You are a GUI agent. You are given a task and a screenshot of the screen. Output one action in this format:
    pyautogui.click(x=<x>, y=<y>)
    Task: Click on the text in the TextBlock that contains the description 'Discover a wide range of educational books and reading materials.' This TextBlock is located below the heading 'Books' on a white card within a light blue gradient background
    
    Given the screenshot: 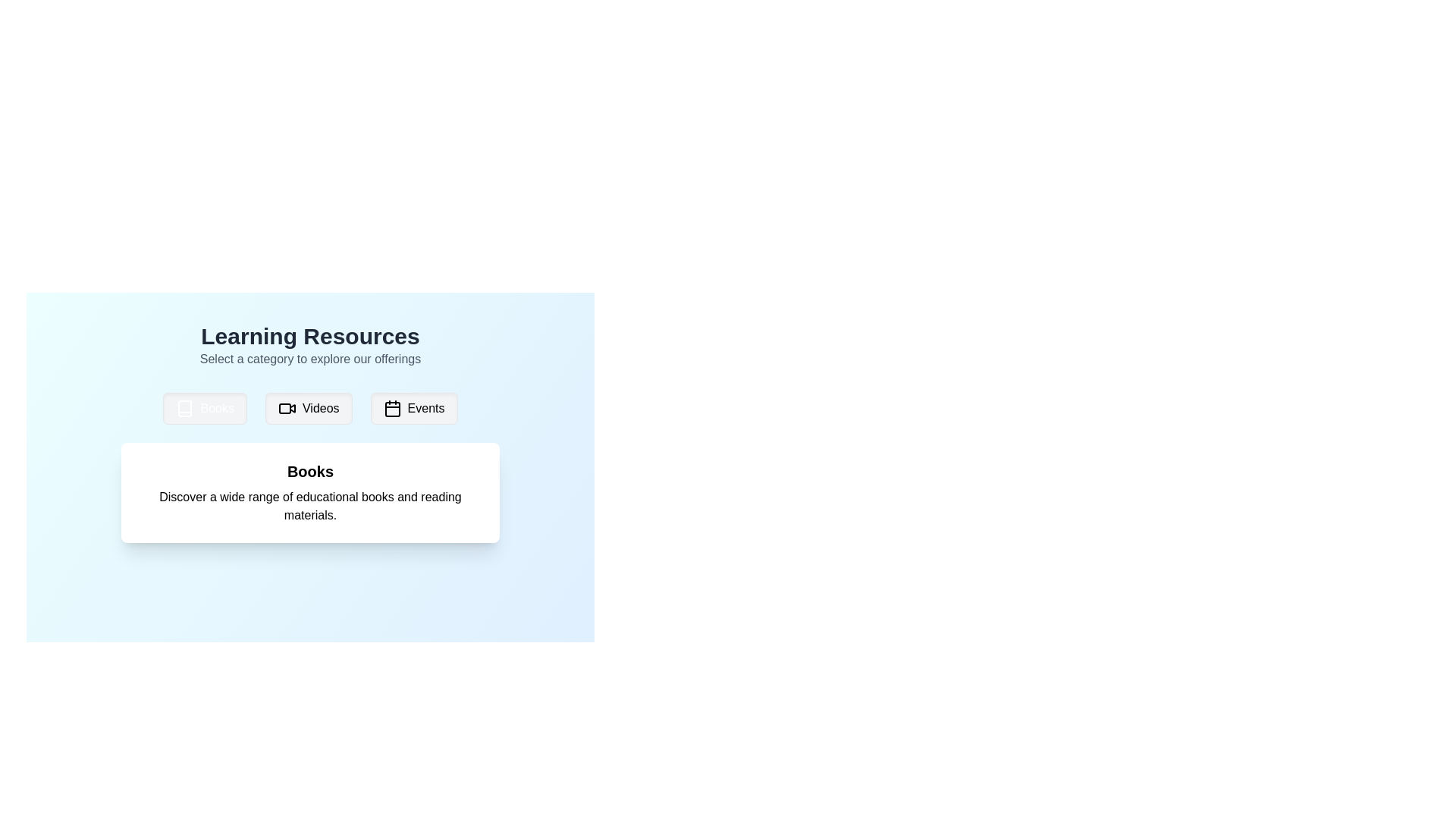 What is the action you would take?
    pyautogui.click(x=309, y=506)
    